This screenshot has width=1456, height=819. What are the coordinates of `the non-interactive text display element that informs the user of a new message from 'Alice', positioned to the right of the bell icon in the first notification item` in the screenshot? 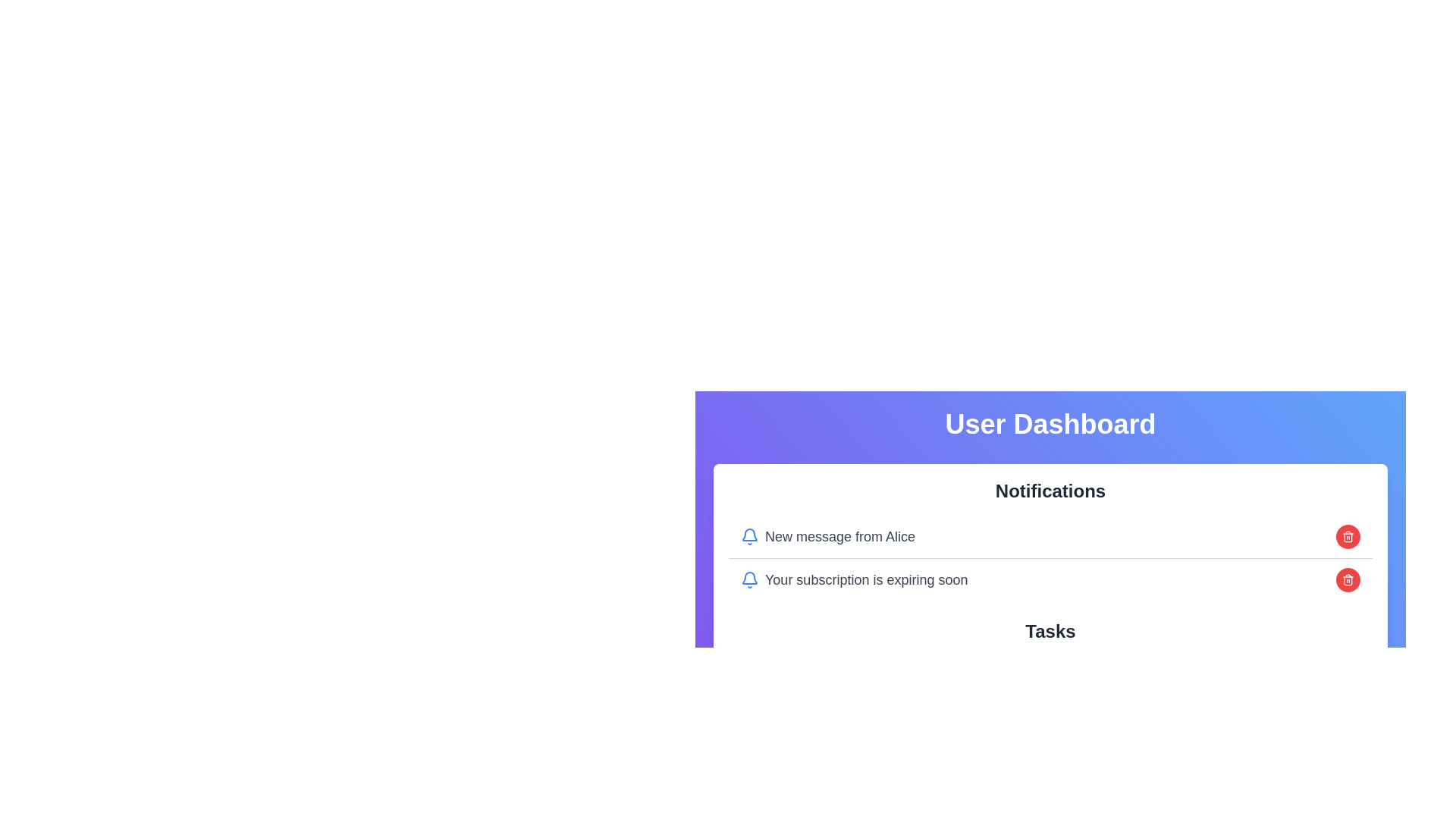 It's located at (839, 536).